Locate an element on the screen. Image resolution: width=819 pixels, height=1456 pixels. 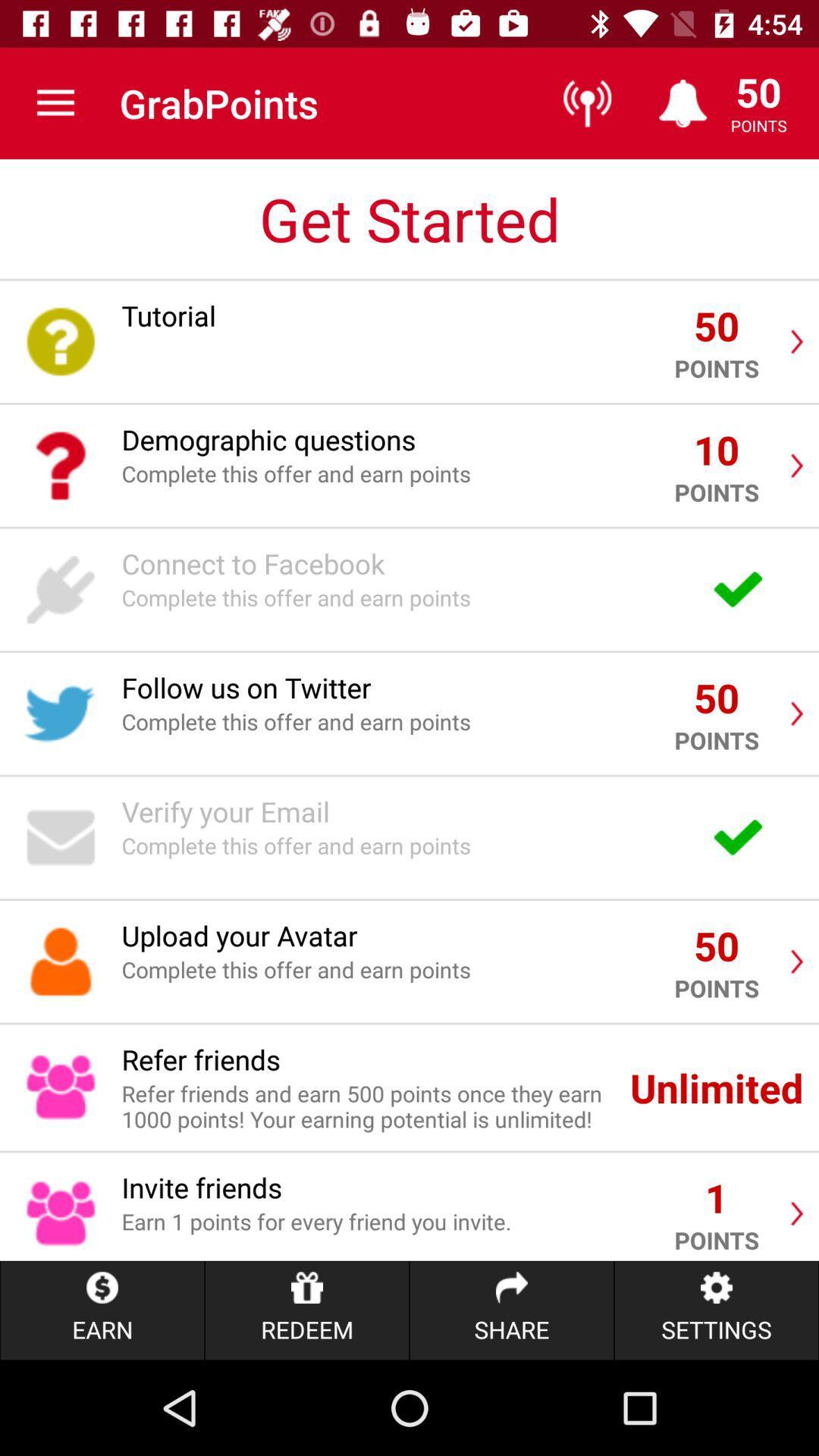
icon to the right of redeem item is located at coordinates (512, 1310).